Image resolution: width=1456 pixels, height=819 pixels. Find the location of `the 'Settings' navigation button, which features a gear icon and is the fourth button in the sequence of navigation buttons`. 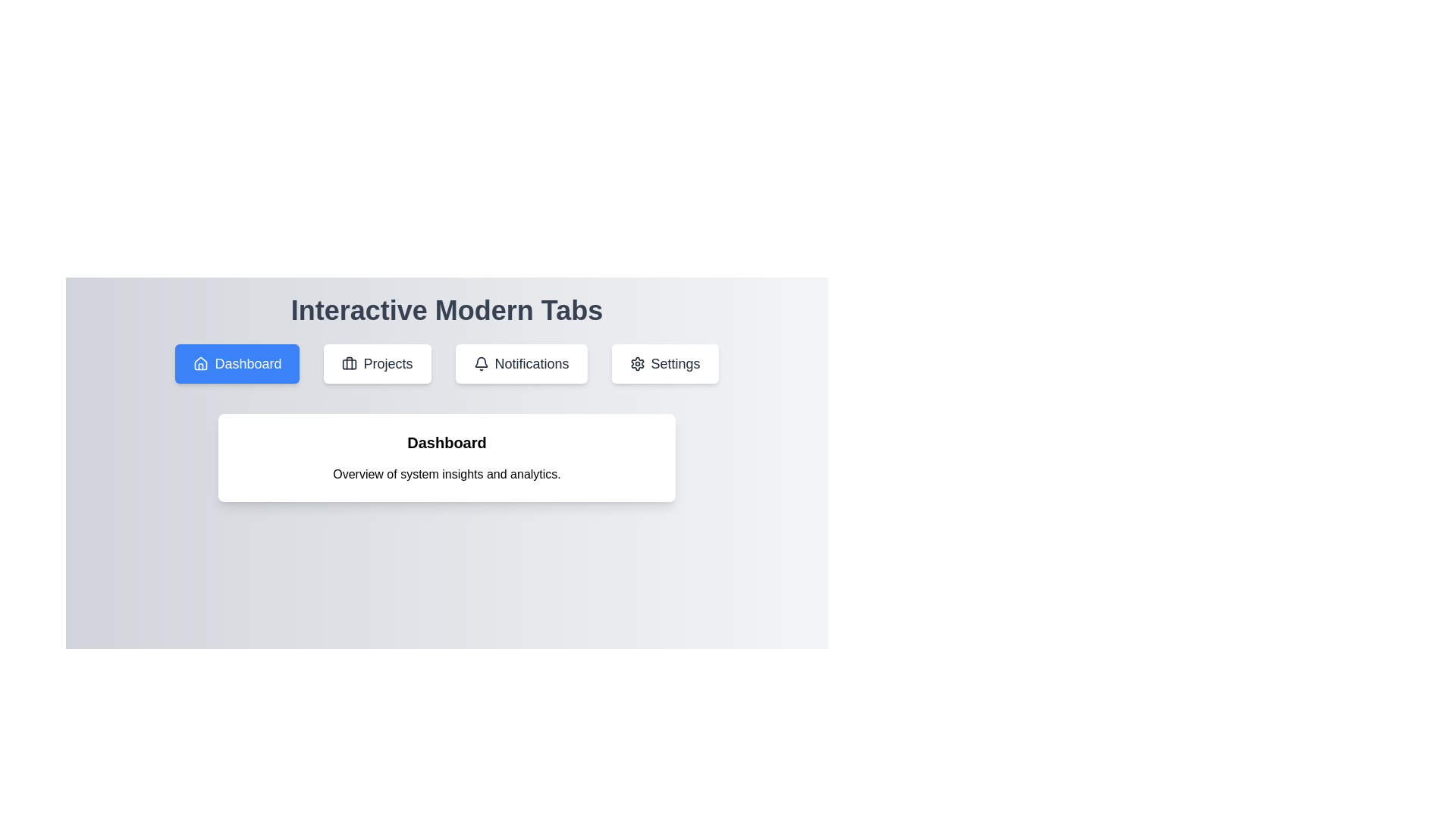

the 'Settings' navigation button, which features a gear icon and is the fourth button in the sequence of navigation buttons is located at coordinates (665, 363).